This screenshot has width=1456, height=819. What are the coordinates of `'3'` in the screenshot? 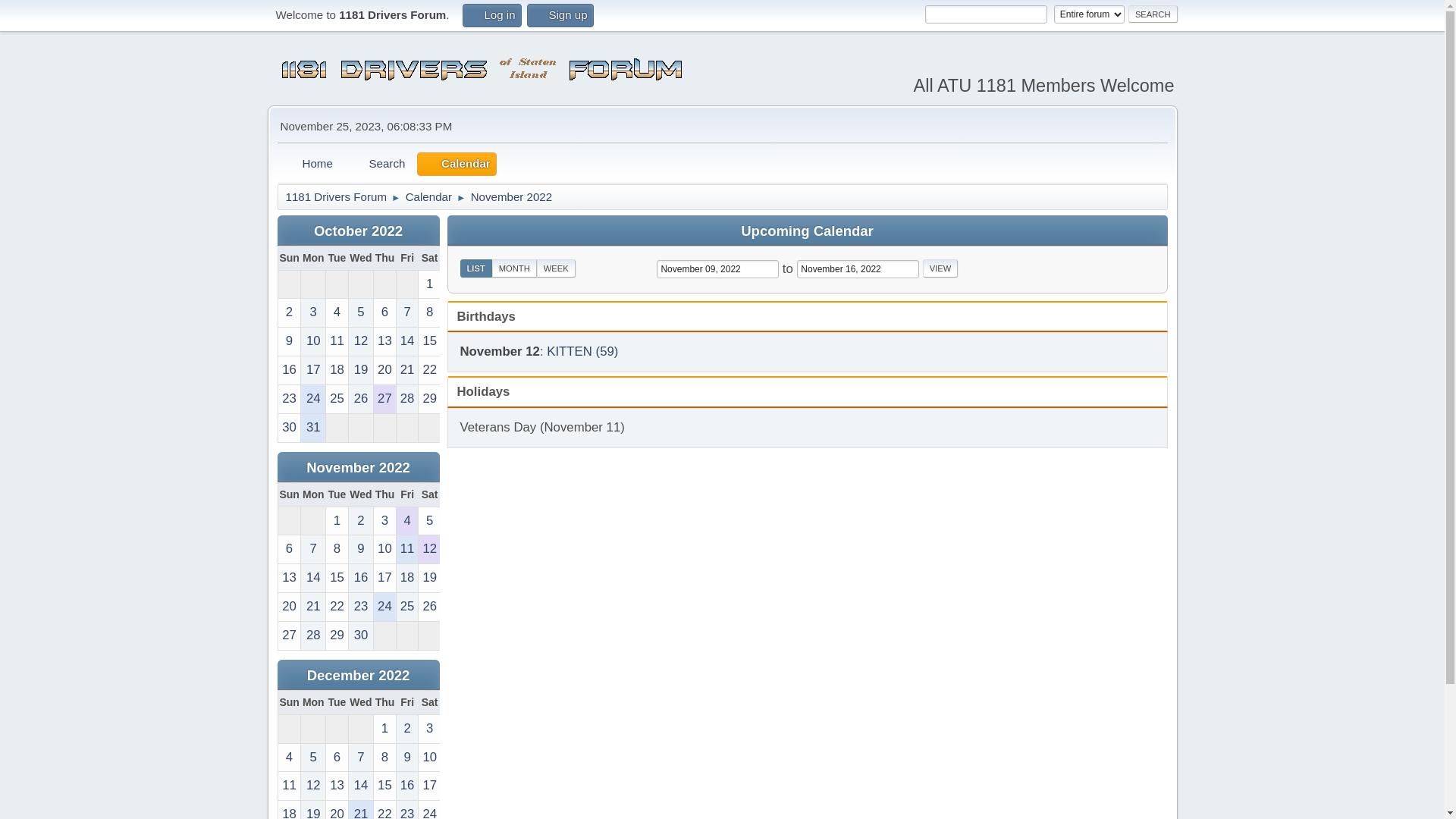 It's located at (301, 312).